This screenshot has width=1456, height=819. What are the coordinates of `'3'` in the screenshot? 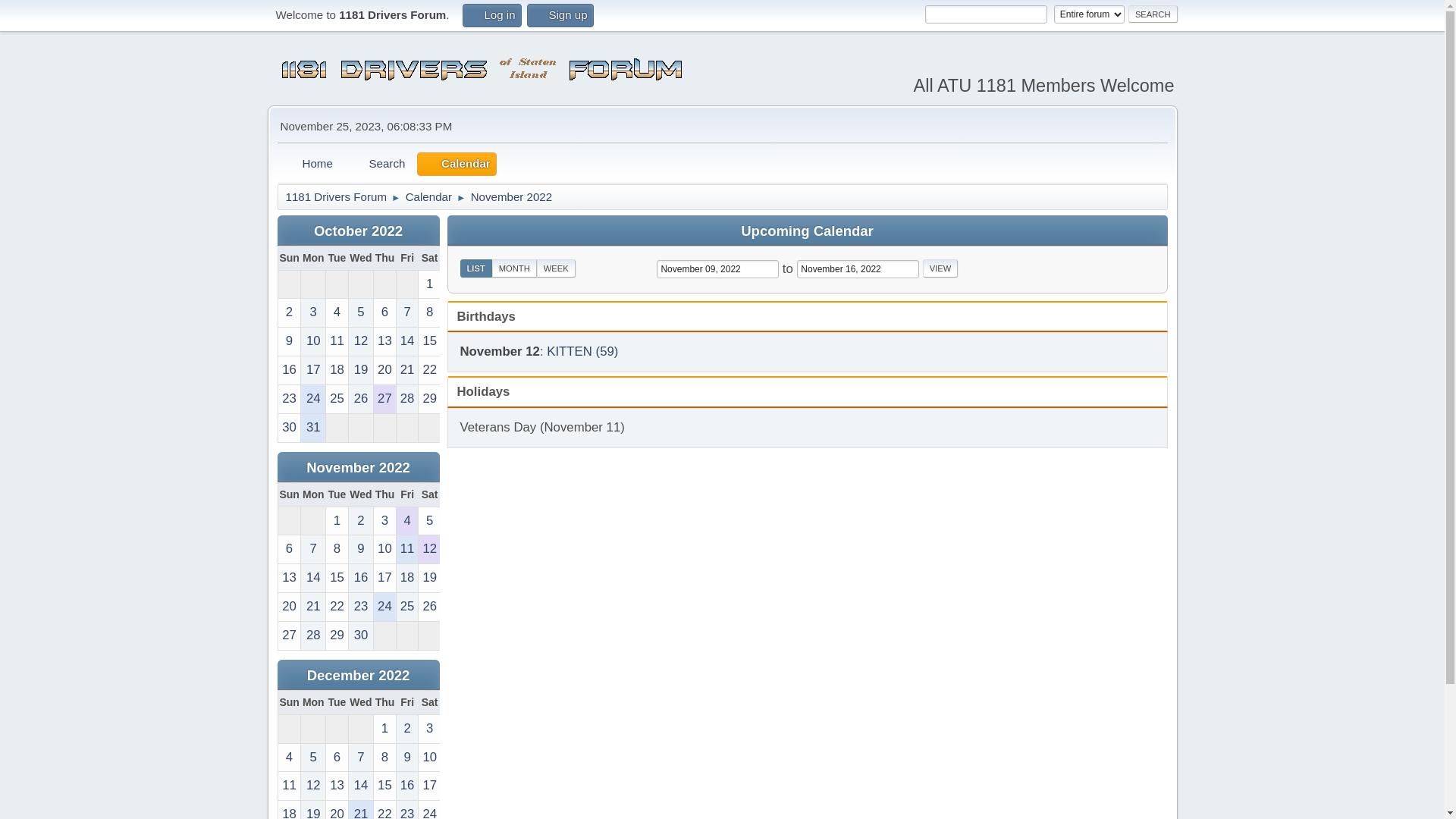 It's located at (301, 312).